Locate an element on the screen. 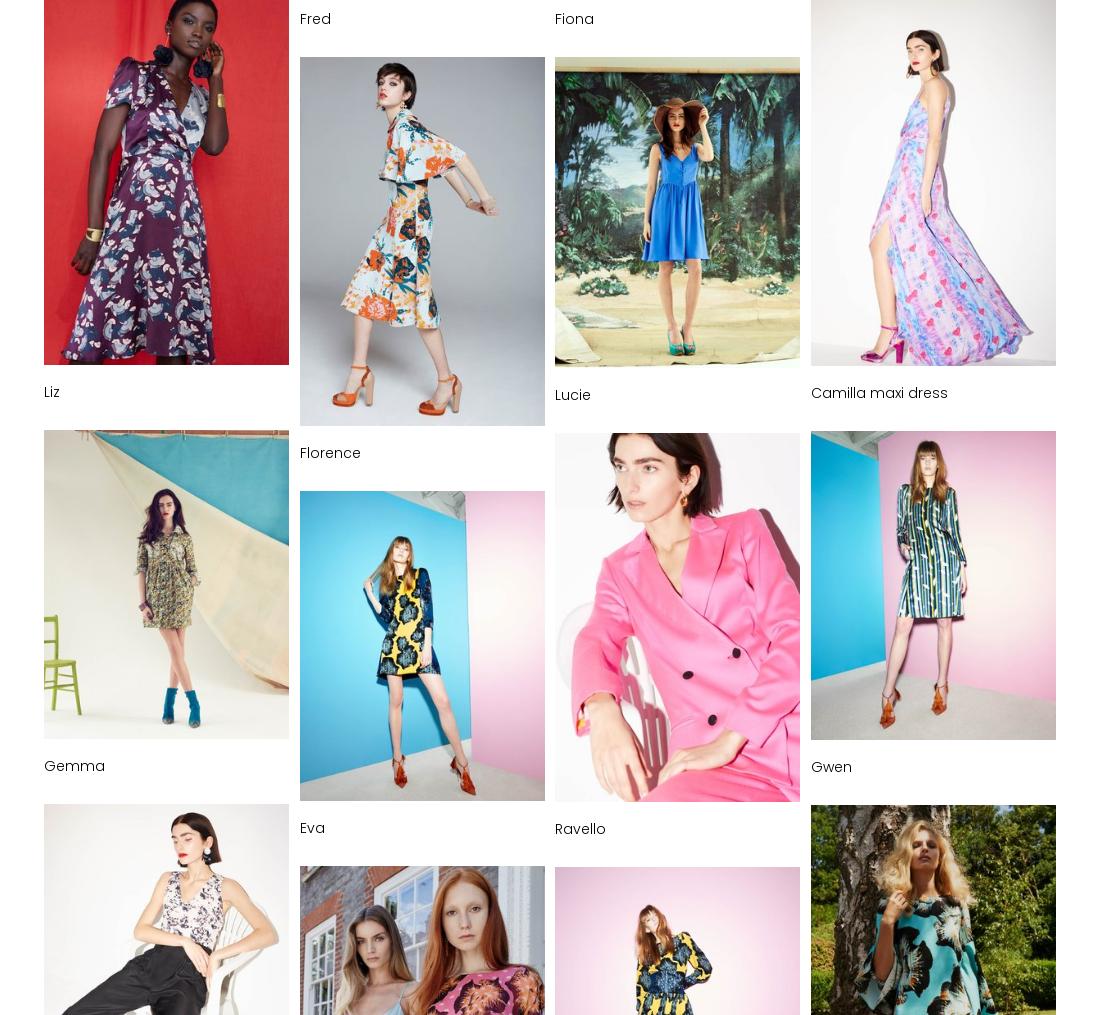 Image resolution: width=1100 pixels, height=1015 pixels. 'Fred' is located at coordinates (314, 17).